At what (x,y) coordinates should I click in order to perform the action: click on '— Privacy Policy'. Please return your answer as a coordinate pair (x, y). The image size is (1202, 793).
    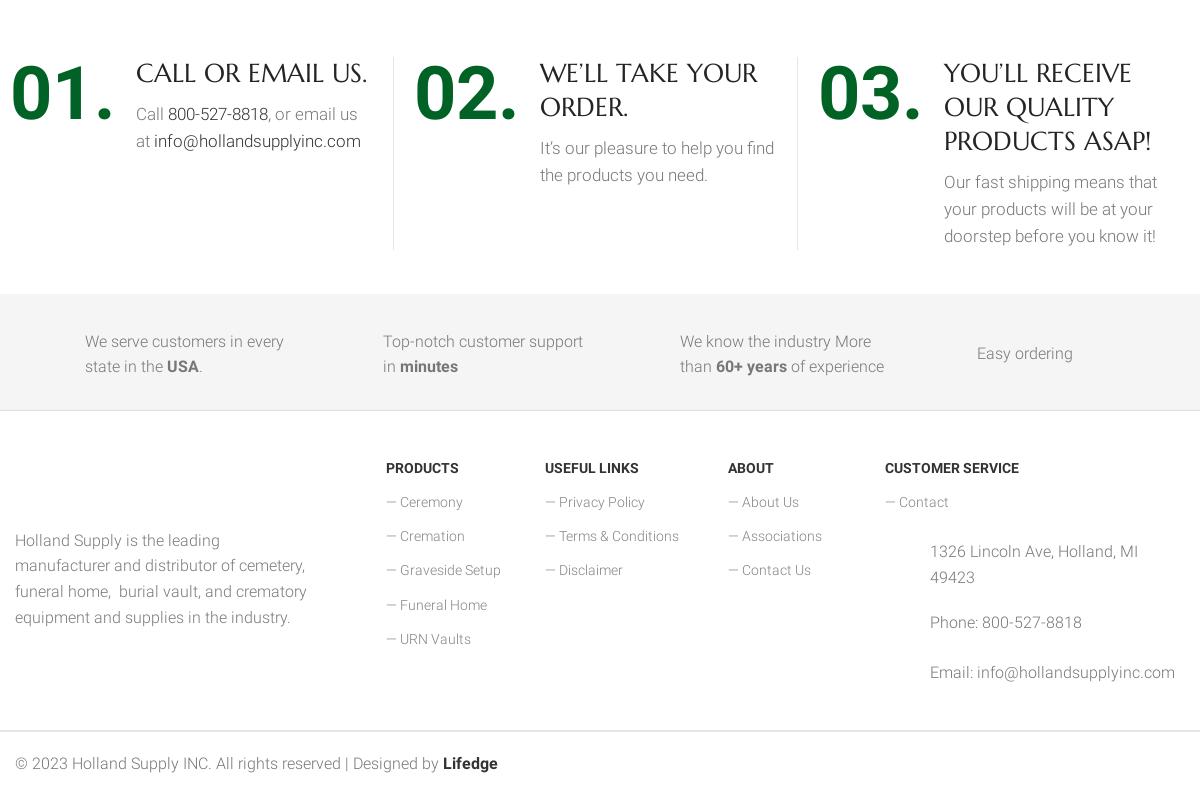
    Looking at the image, I should click on (543, 501).